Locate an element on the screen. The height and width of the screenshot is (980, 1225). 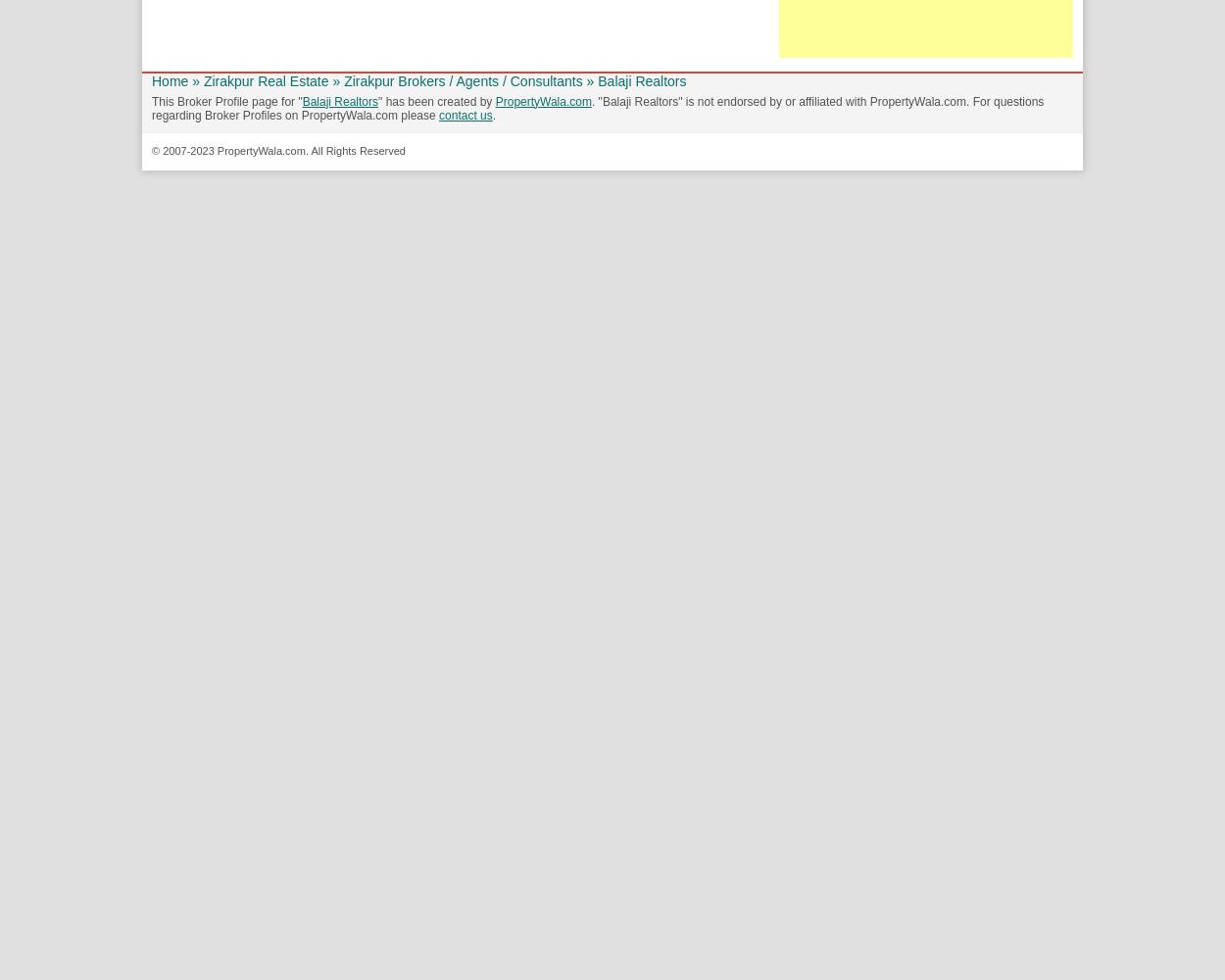
'. "Balaji Realtors" is not endorsed by or affiliated with PropertyWala.com. For questions
                regarding
                Broker
                Profiles on PropertyWala.com please' is located at coordinates (597, 107).